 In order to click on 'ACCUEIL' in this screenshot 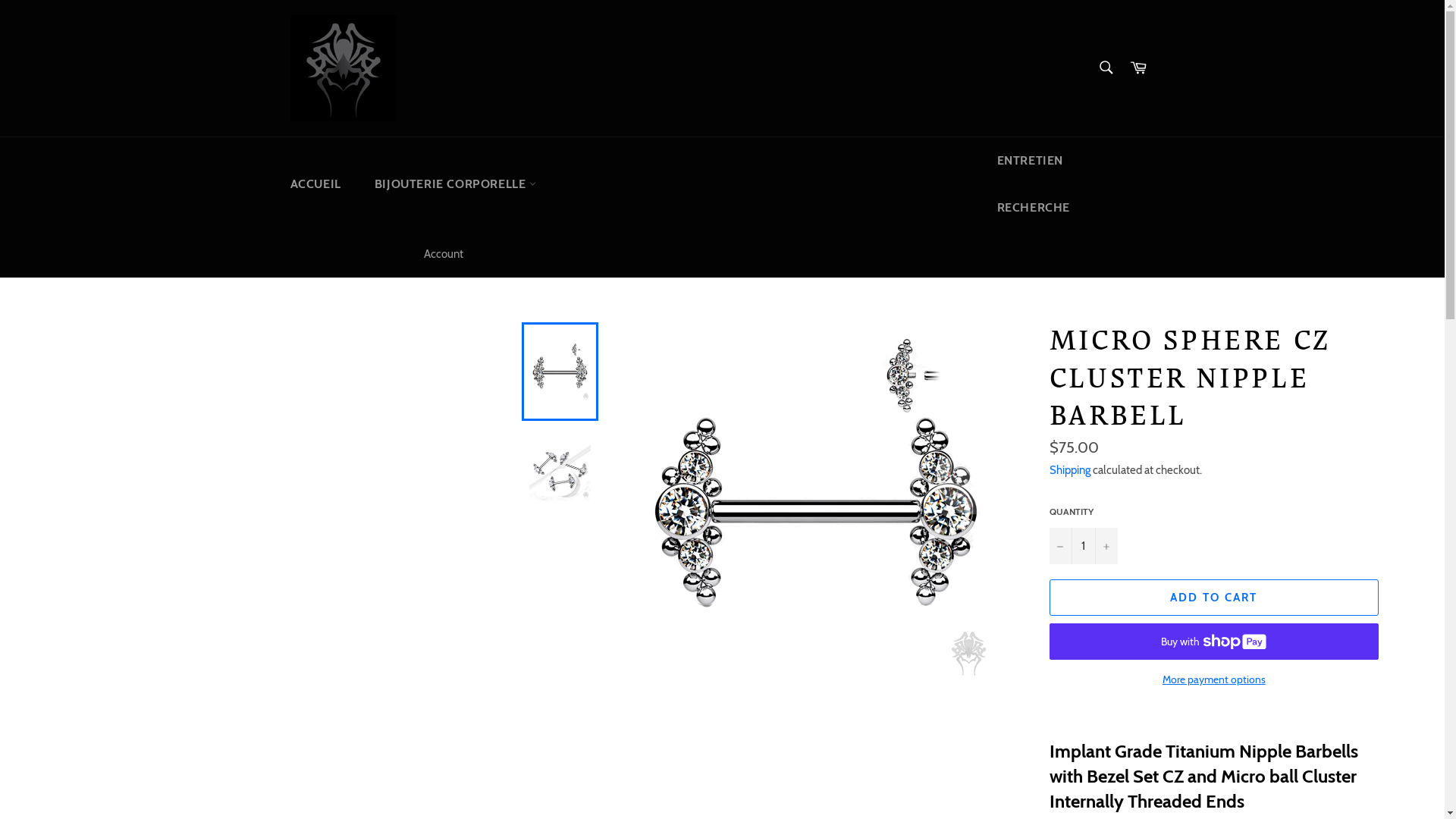, I will do `click(314, 184)`.